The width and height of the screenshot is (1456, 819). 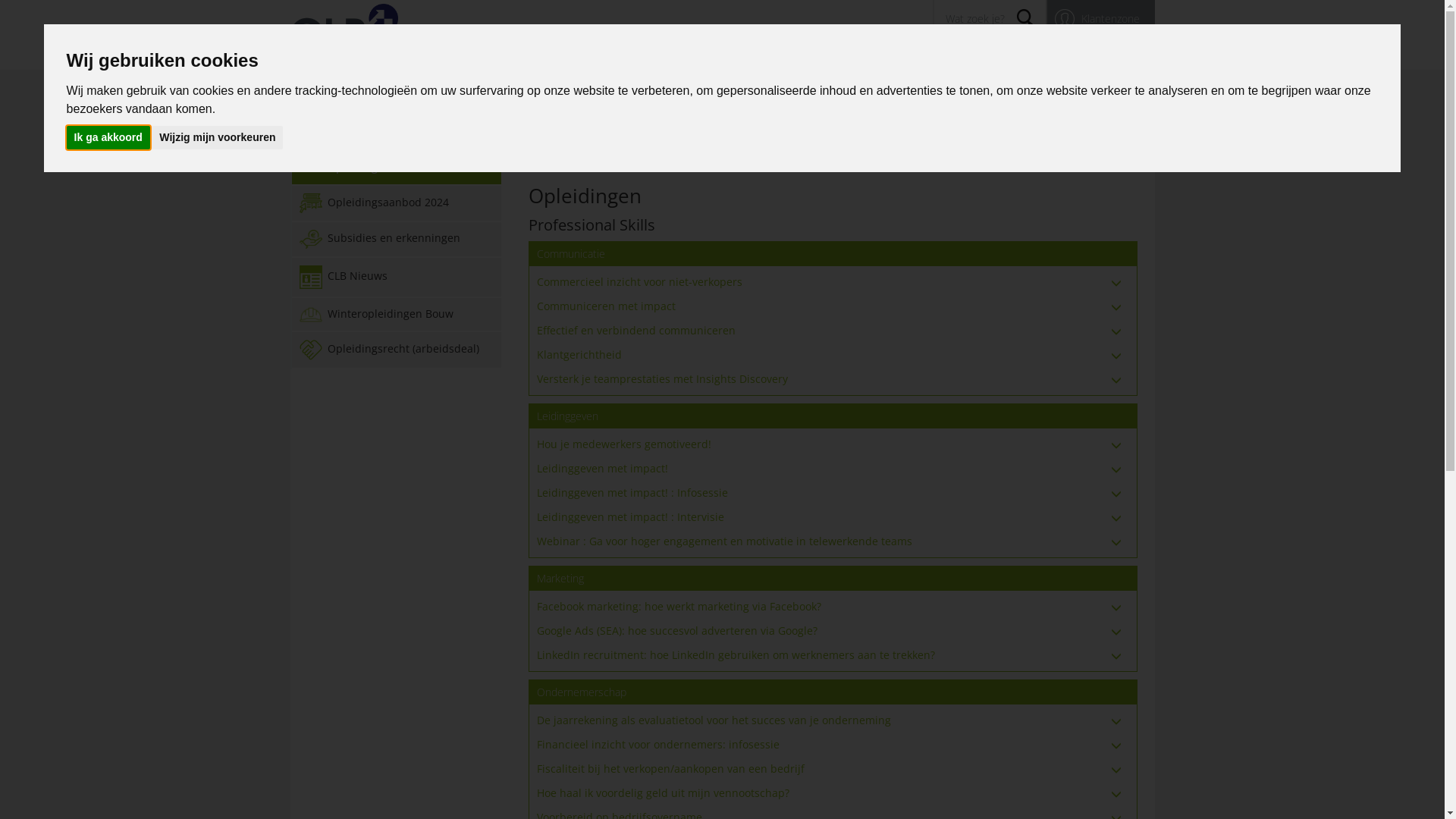 I want to click on 'Ondernemerschap', so click(x=537, y=692).